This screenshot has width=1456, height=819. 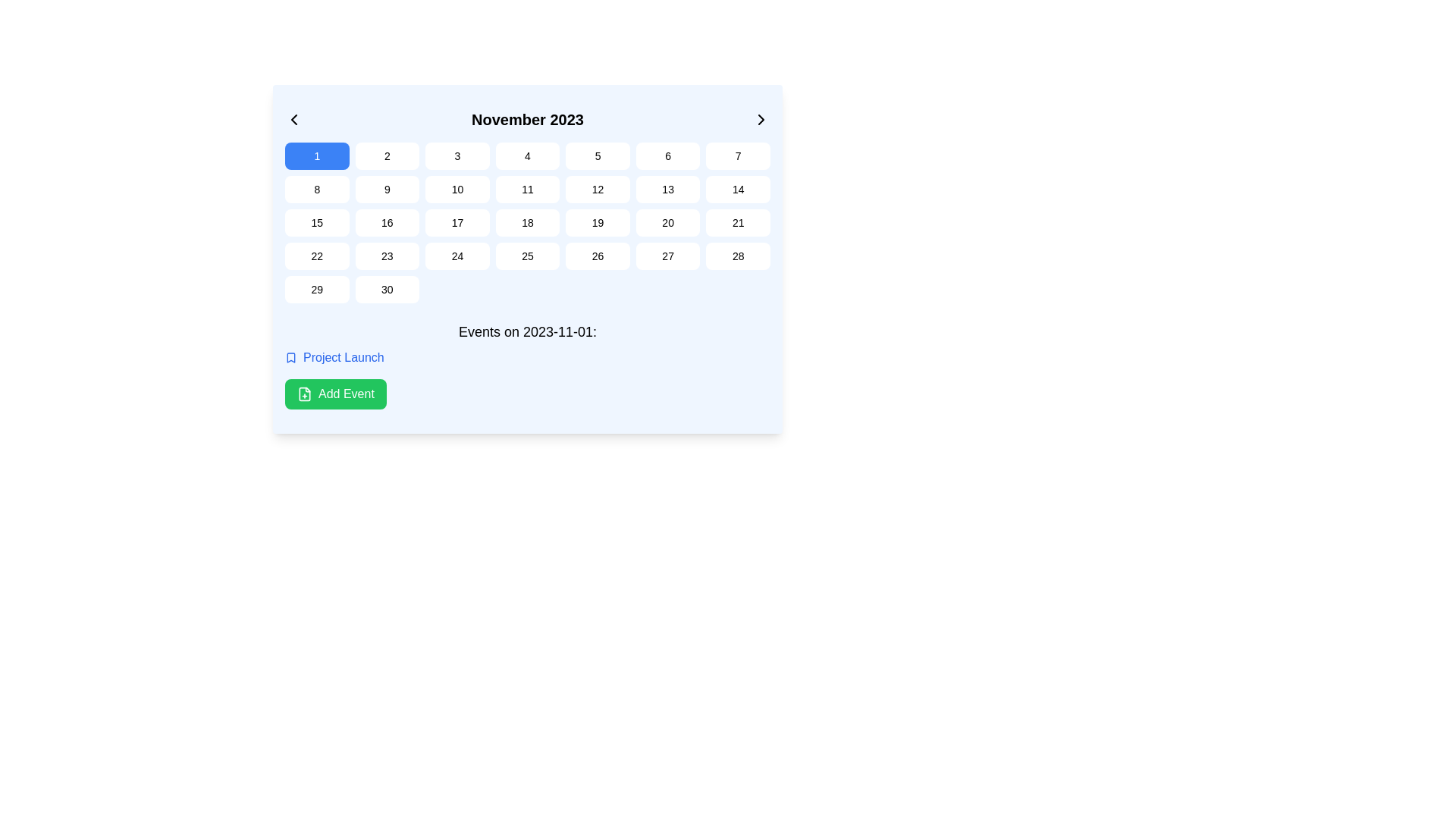 I want to click on the blue rectangular button with rounded corners displaying the number '1' in white at its center, so click(x=316, y=155).